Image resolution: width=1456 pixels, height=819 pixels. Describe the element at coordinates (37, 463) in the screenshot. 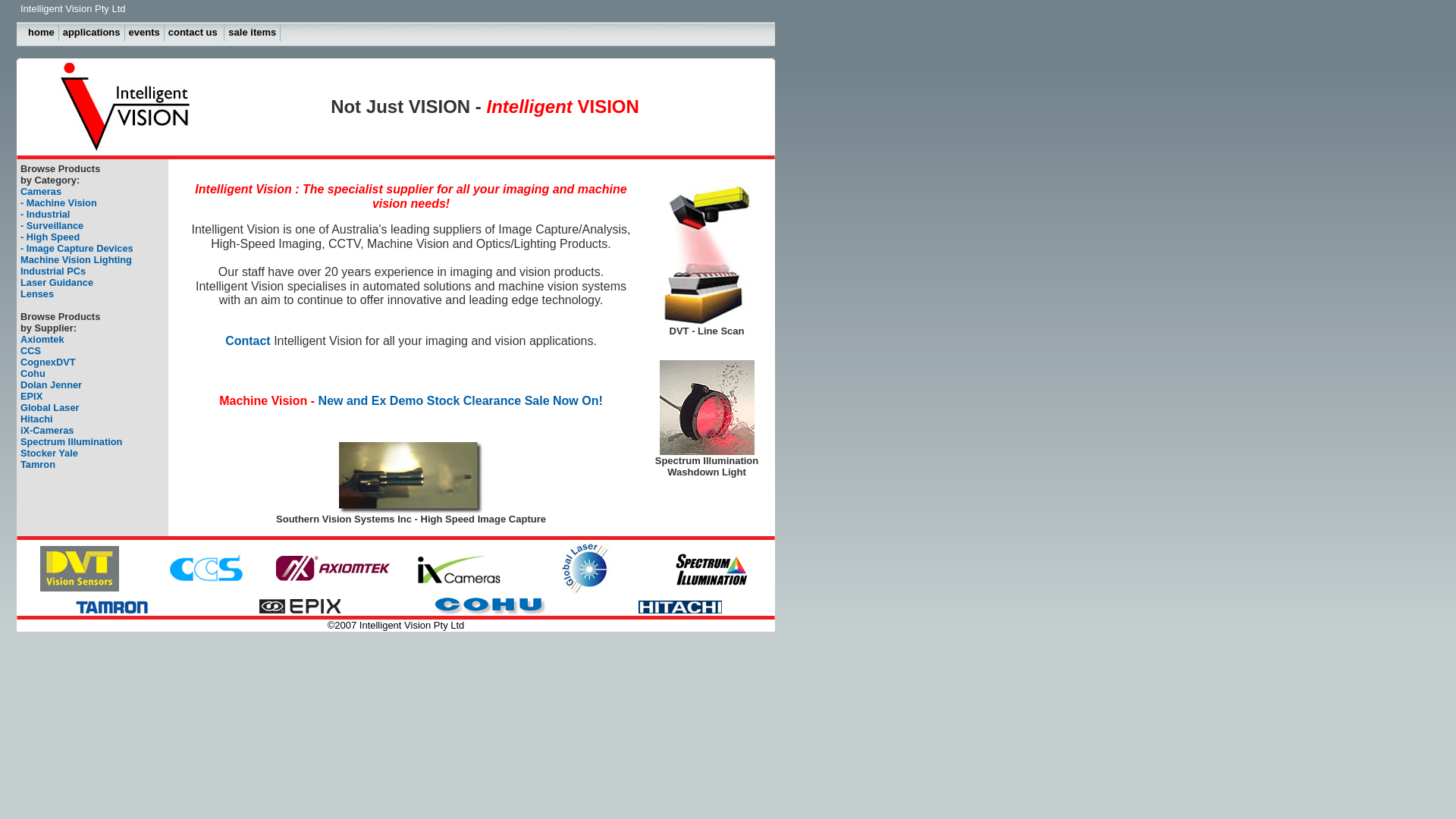

I see `'Tamron'` at that location.